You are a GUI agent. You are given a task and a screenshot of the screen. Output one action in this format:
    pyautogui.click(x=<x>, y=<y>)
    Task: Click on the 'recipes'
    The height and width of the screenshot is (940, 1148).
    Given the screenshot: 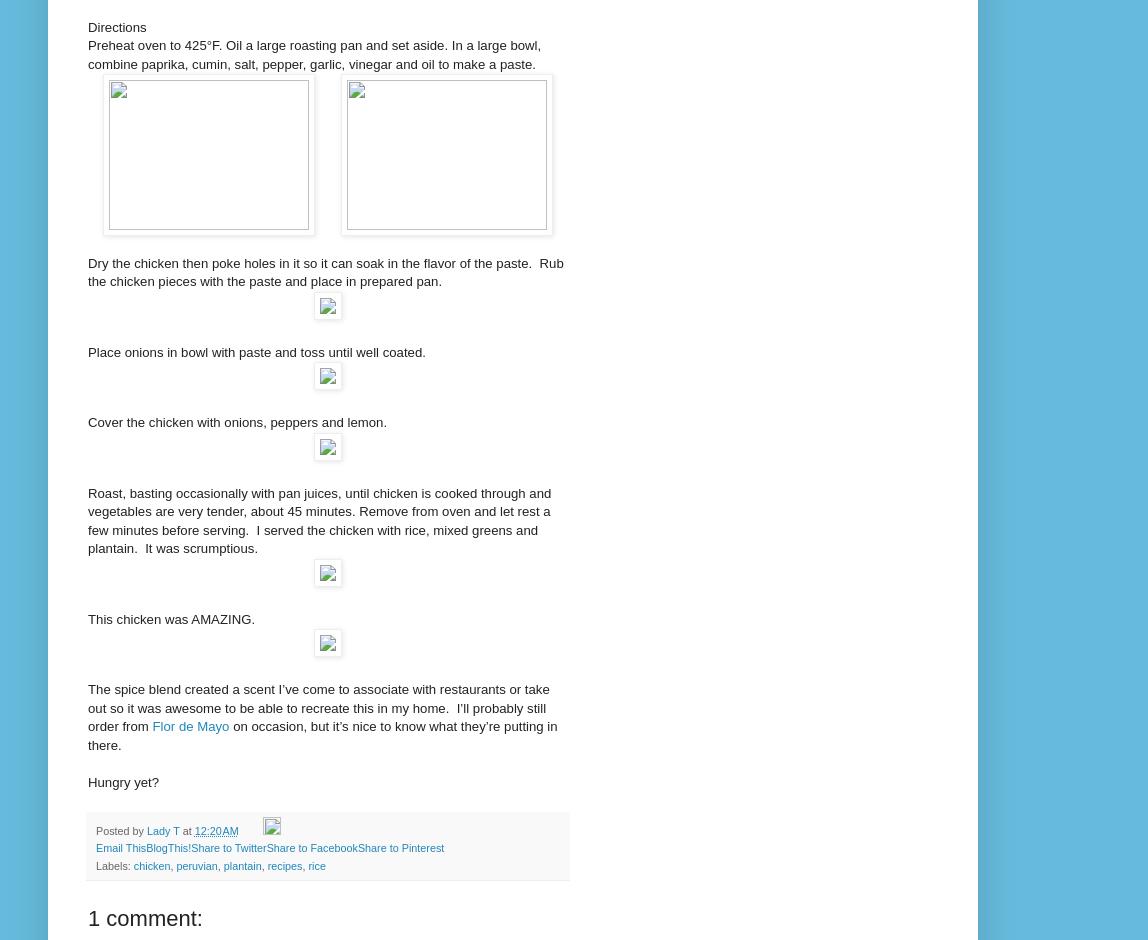 What is the action you would take?
    pyautogui.click(x=284, y=864)
    